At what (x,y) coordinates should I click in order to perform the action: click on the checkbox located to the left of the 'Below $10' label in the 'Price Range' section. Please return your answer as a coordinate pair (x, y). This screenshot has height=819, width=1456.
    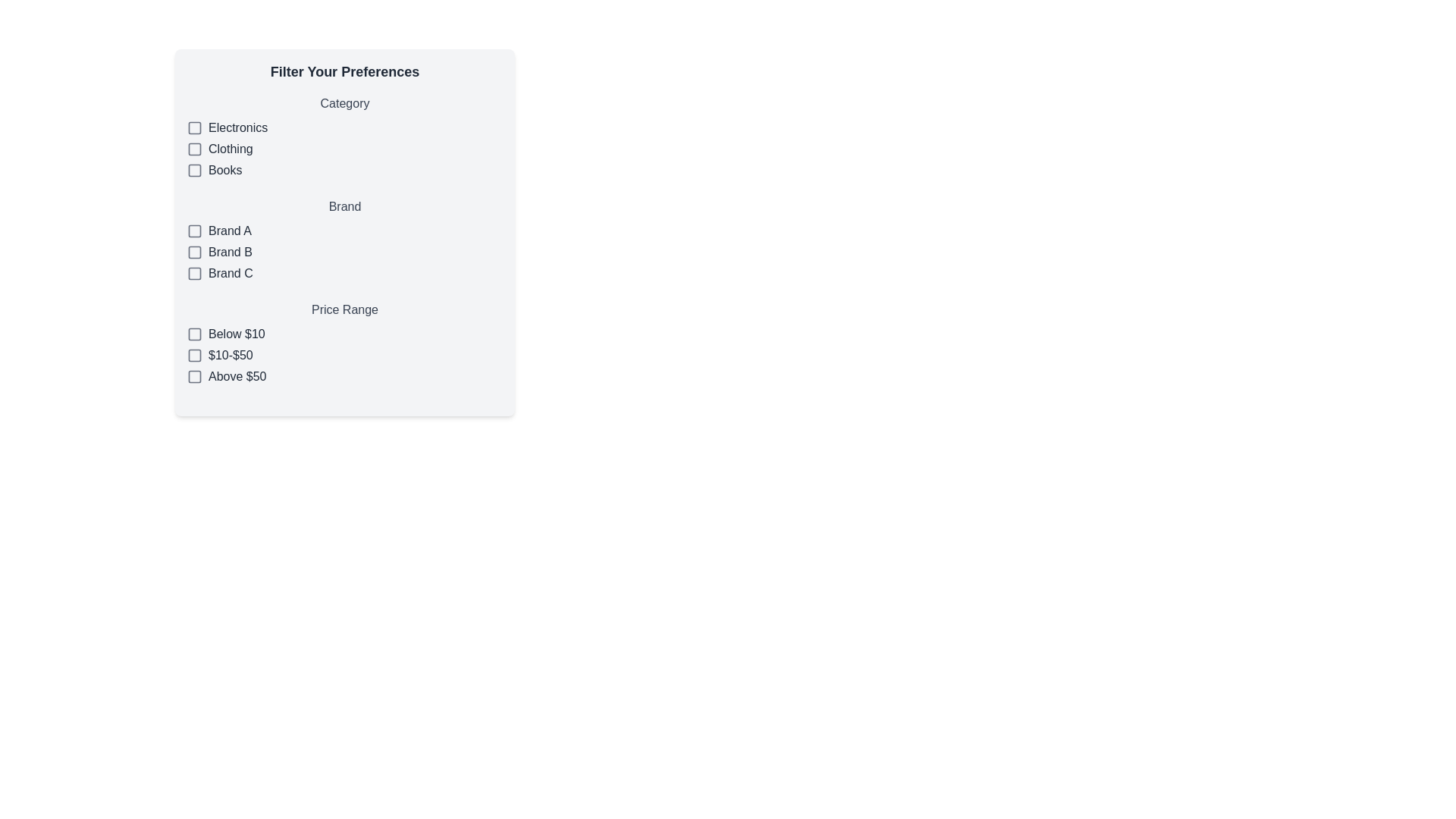
    Looking at the image, I should click on (194, 333).